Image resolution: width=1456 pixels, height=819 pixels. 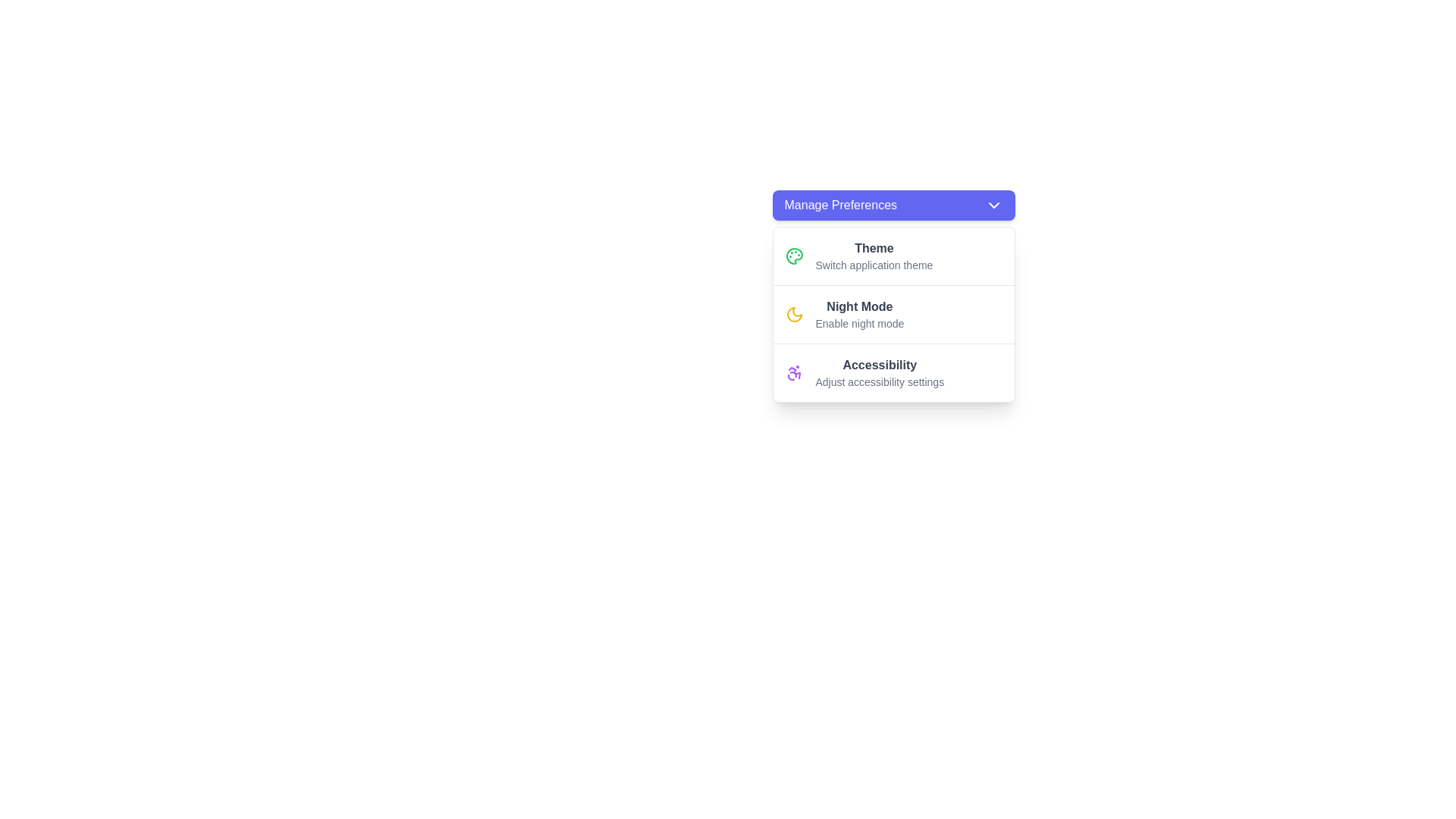 What do you see at coordinates (859, 307) in the screenshot?
I see `the label that indicates the option to enable night mode within the 'Manage Preferences' menu` at bounding box center [859, 307].